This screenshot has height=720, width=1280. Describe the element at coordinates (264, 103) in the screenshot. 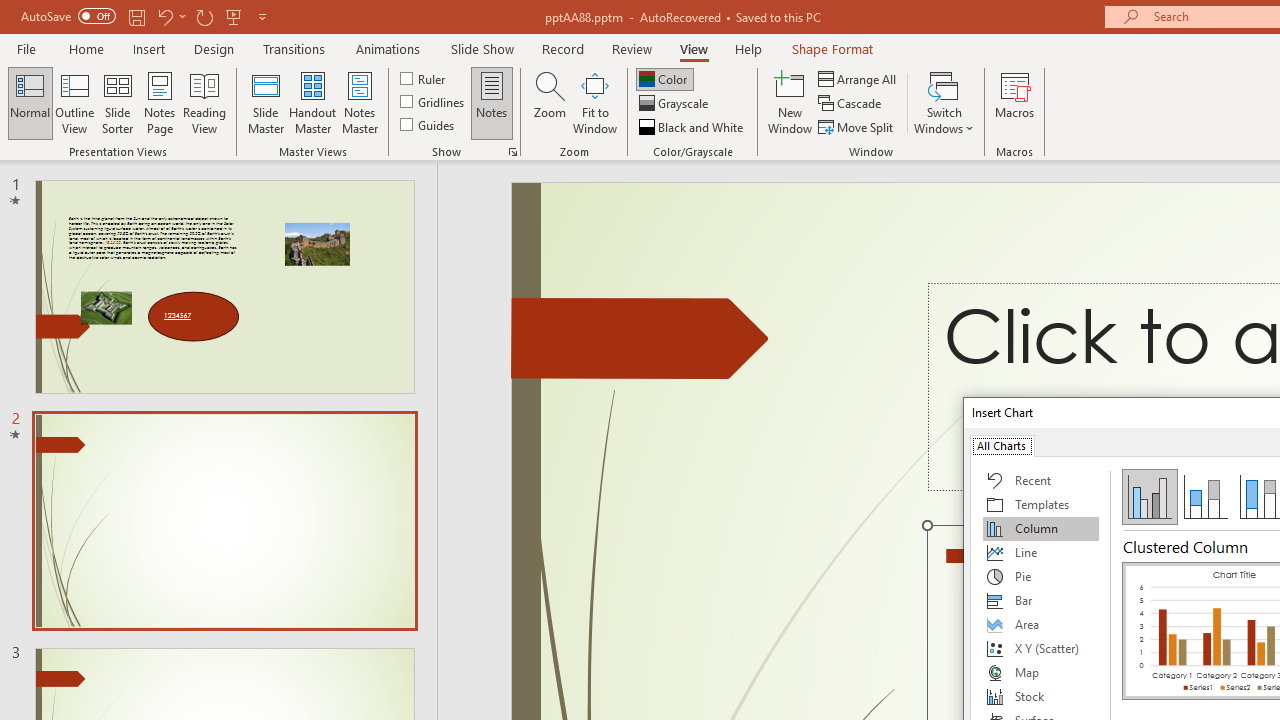

I see `'Slide Master'` at that location.